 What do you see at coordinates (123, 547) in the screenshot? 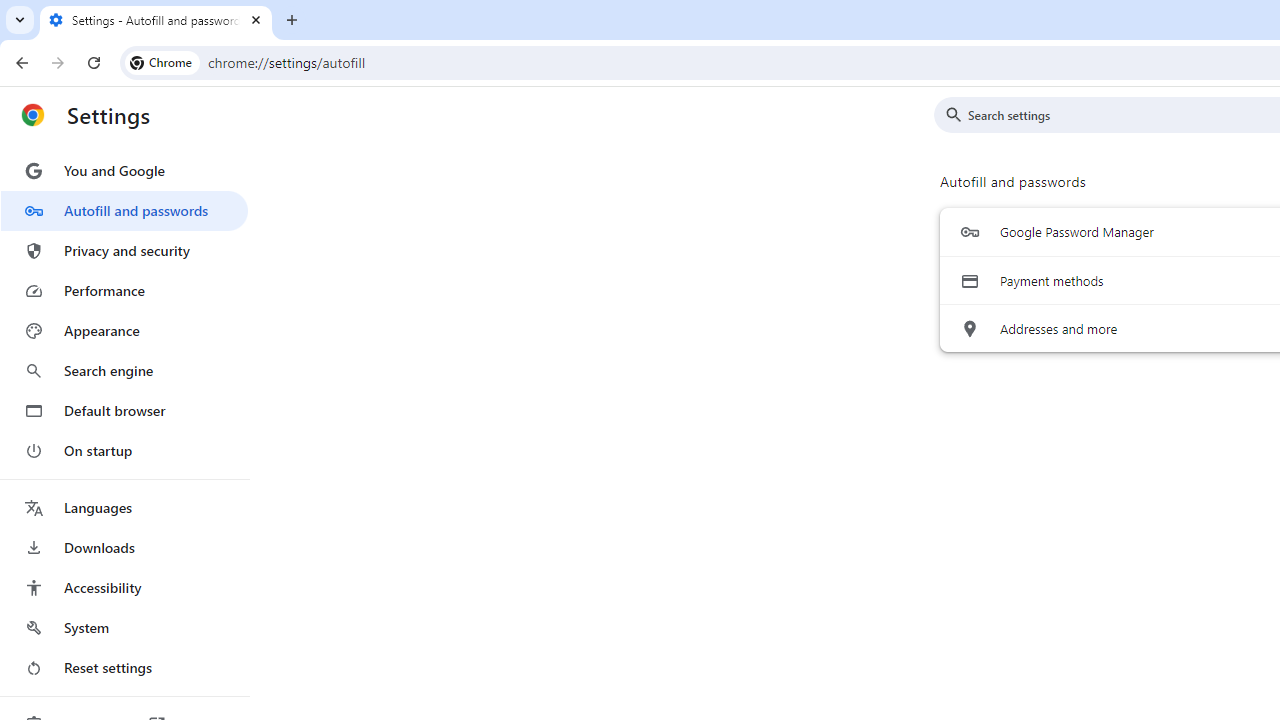
I see `'Downloads'` at bounding box center [123, 547].